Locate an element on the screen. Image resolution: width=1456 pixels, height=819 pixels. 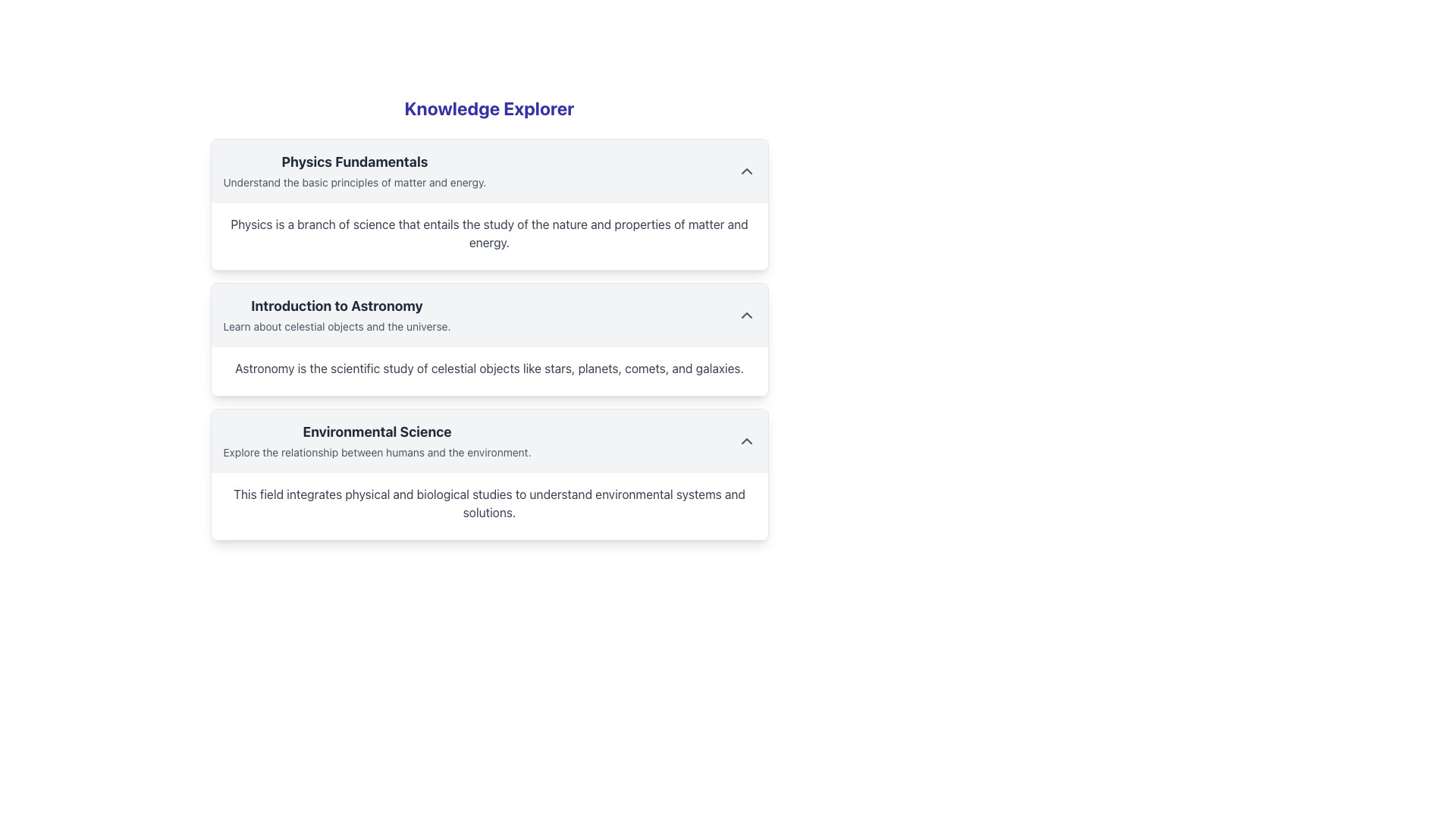
text element displaying 'Learn about celestial objects and the universe.' which is styled in gray and positioned below the title 'Introduction to Astronomy' is located at coordinates (336, 325).